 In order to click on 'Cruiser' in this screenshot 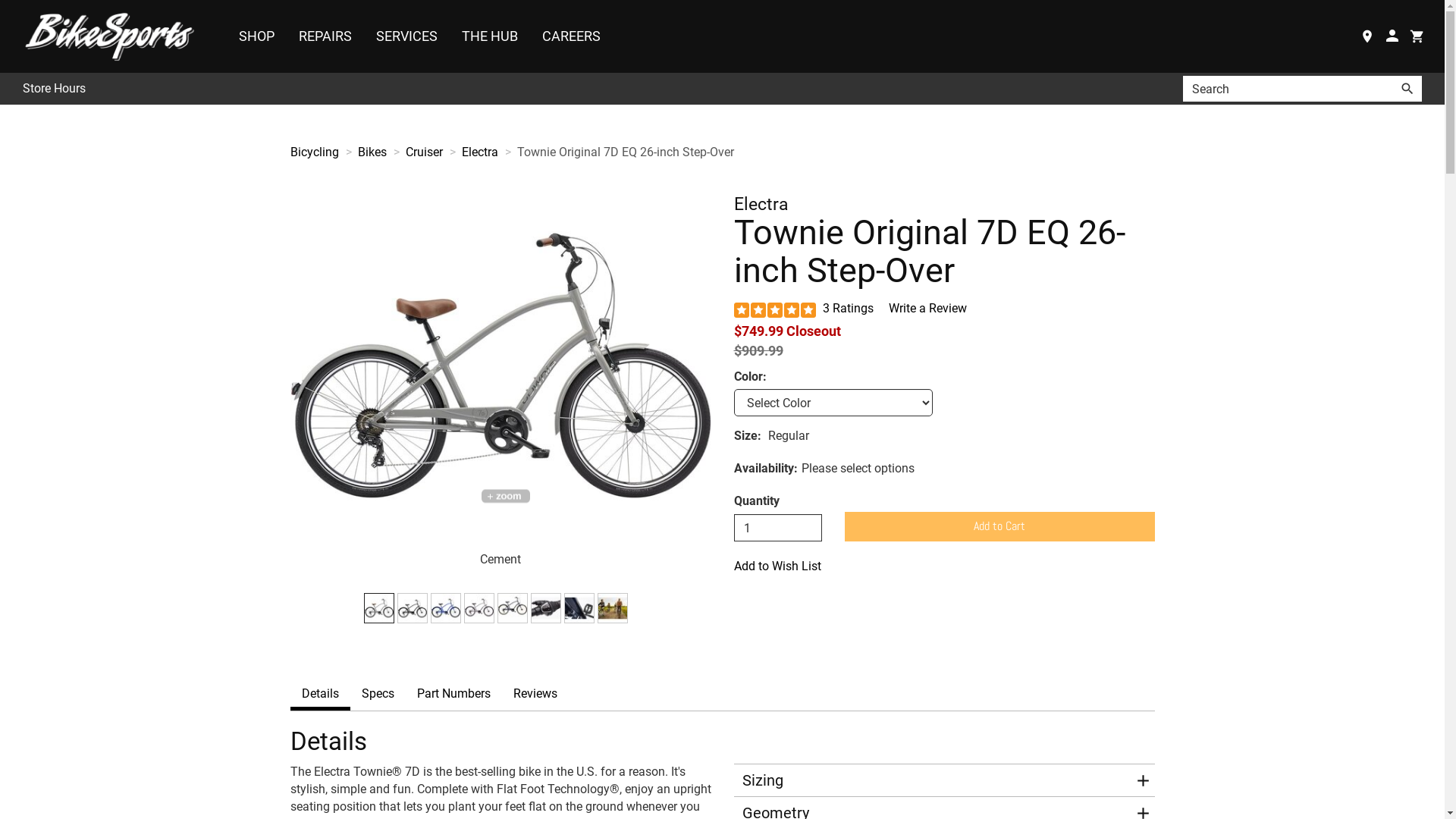, I will do `click(423, 152)`.